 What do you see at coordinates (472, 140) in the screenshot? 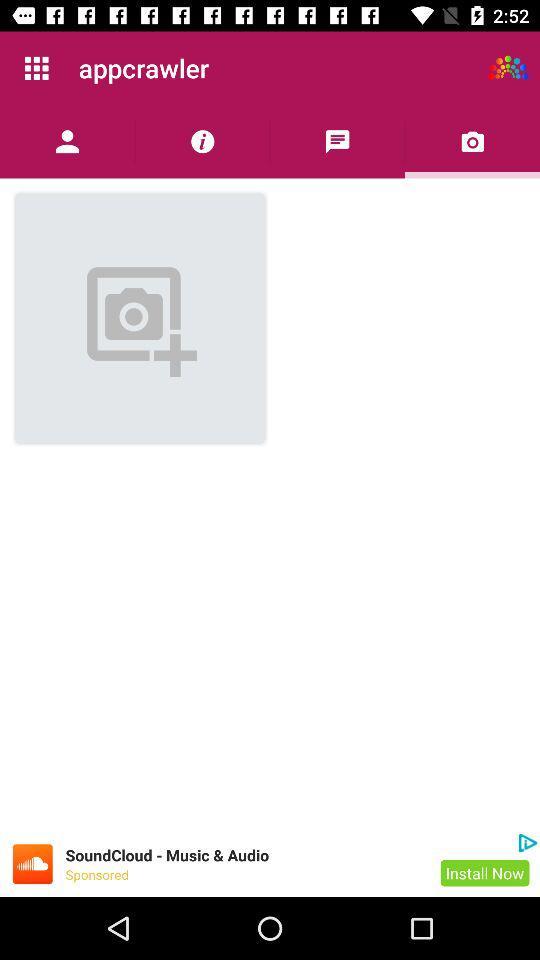
I see `camera` at bounding box center [472, 140].